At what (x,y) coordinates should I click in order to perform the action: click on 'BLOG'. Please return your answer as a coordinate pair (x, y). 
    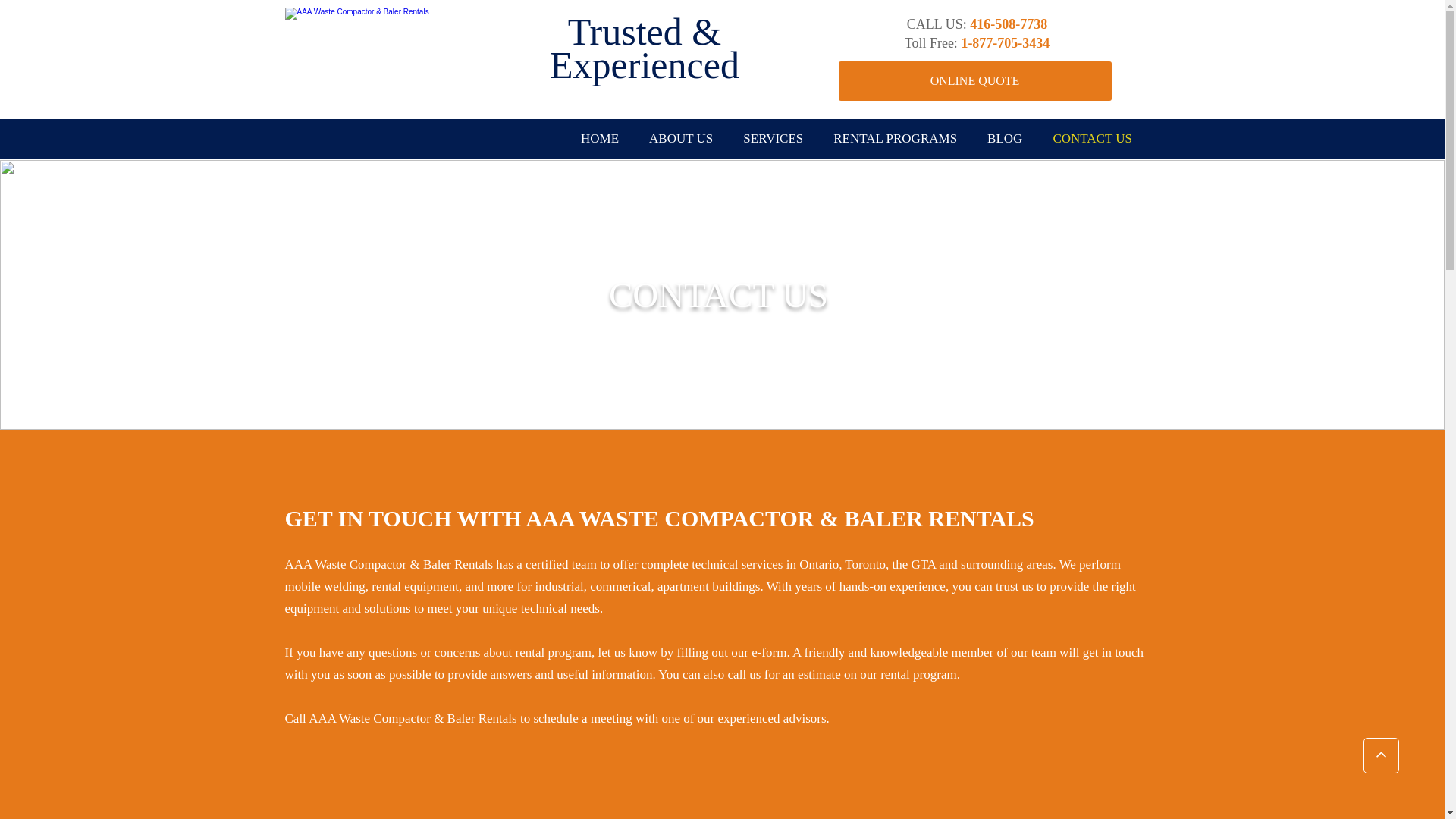
    Looking at the image, I should click on (971, 139).